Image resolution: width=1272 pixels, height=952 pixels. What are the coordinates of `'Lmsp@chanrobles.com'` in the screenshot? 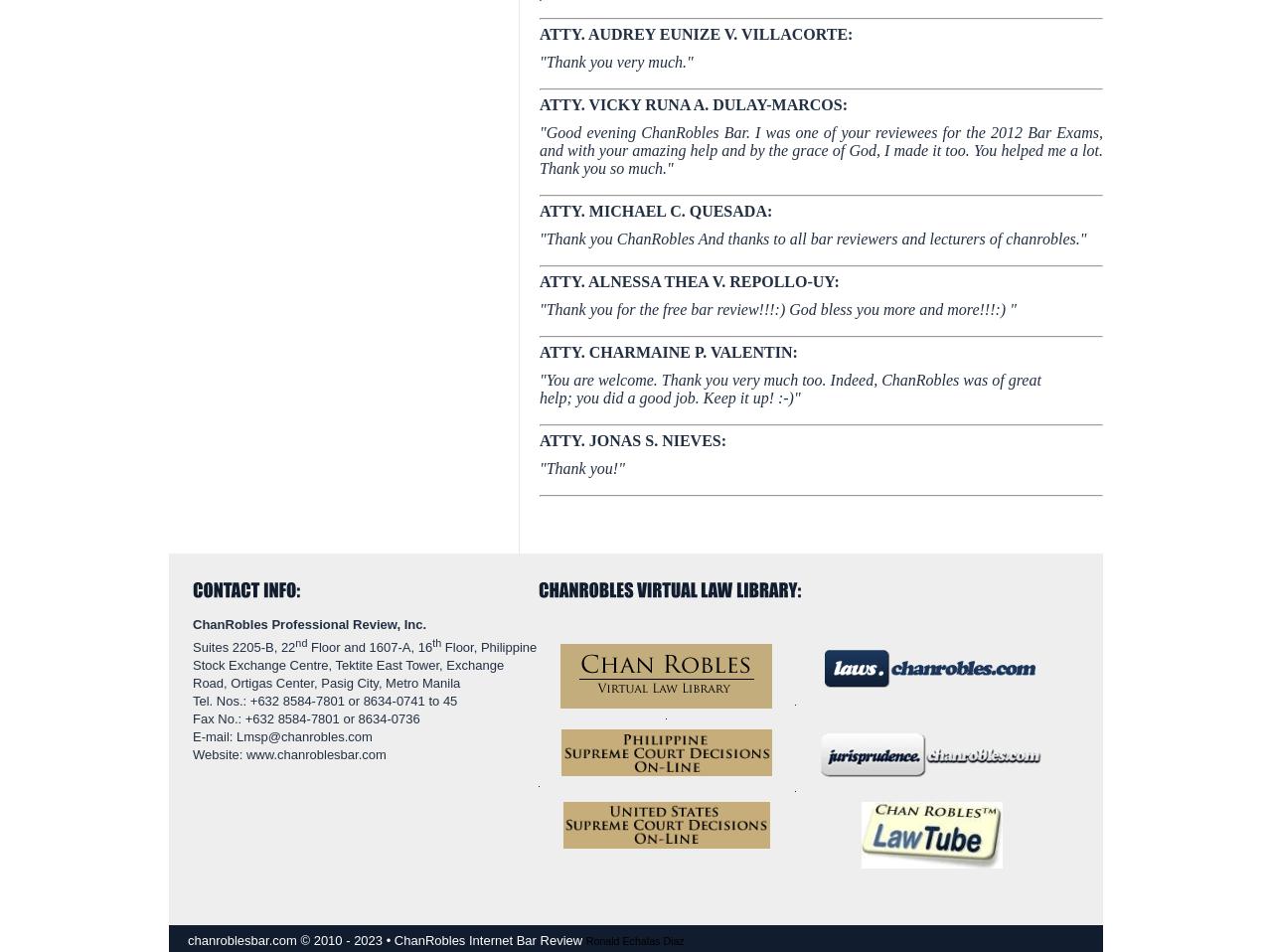 It's located at (236, 736).